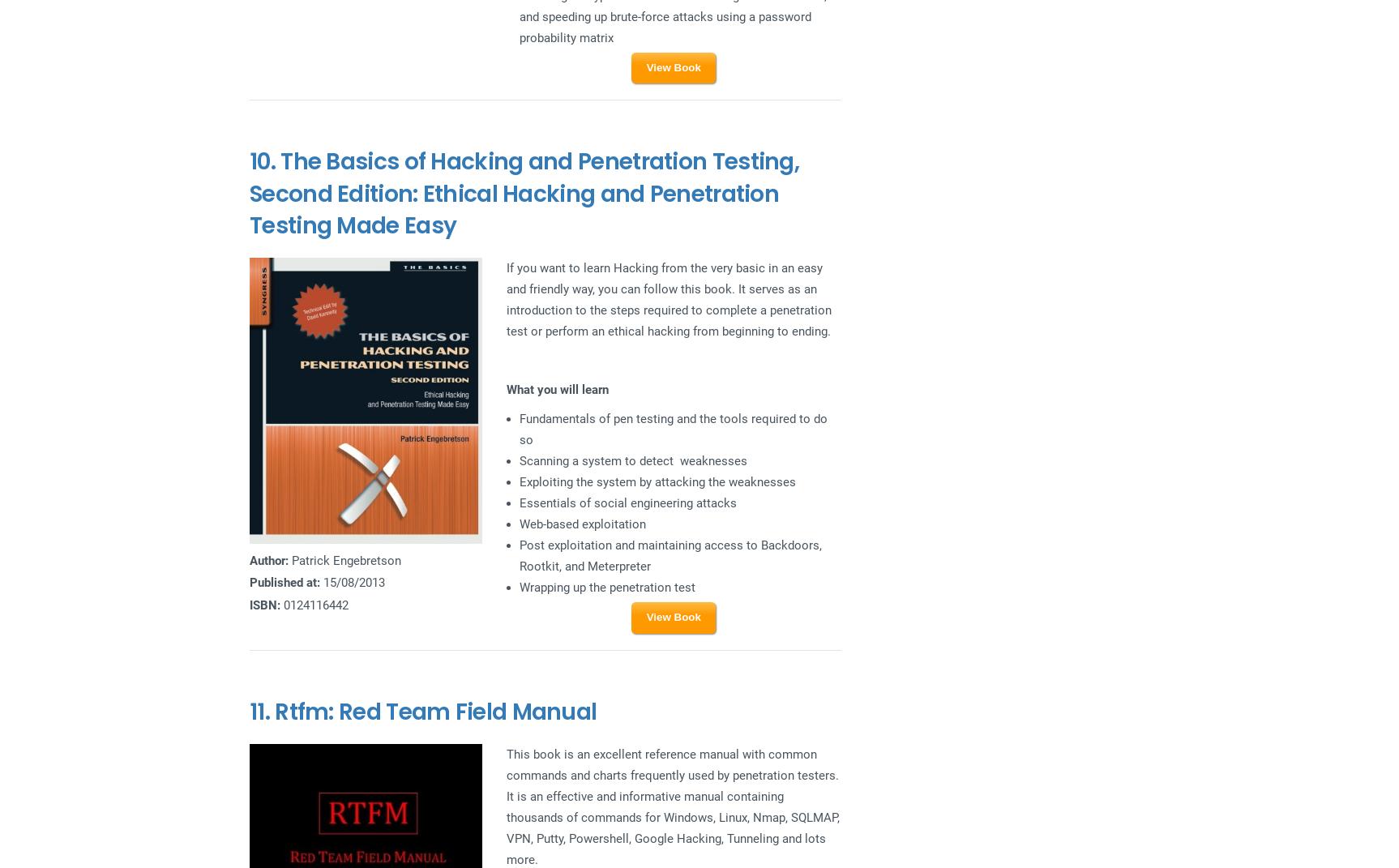 The width and height of the screenshot is (1399, 868). I want to click on 'What you will learn', so click(555, 388).